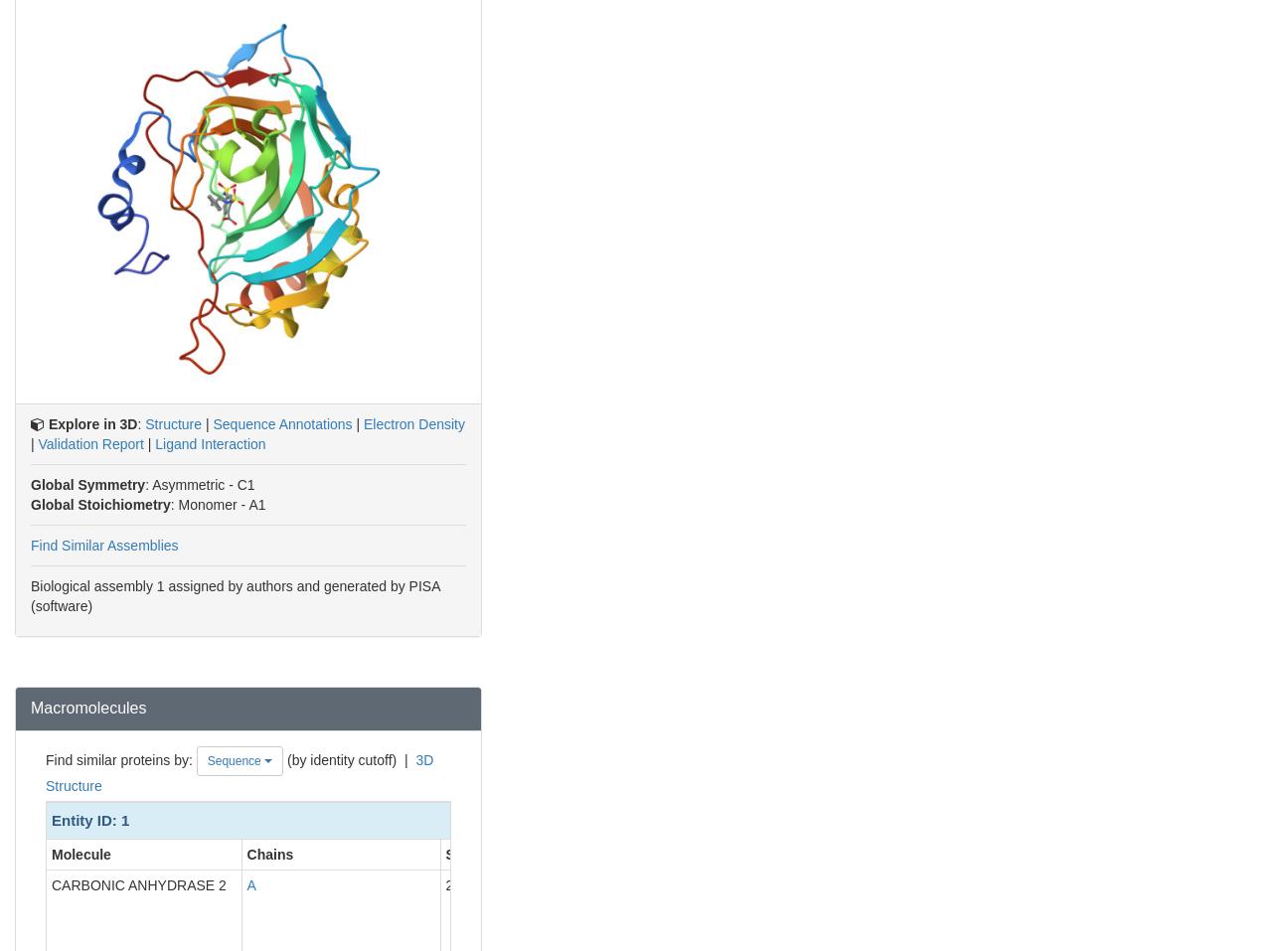 The width and height of the screenshot is (1288, 951). What do you see at coordinates (502, 853) in the screenshot?
I see `'Sequence Length'` at bounding box center [502, 853].